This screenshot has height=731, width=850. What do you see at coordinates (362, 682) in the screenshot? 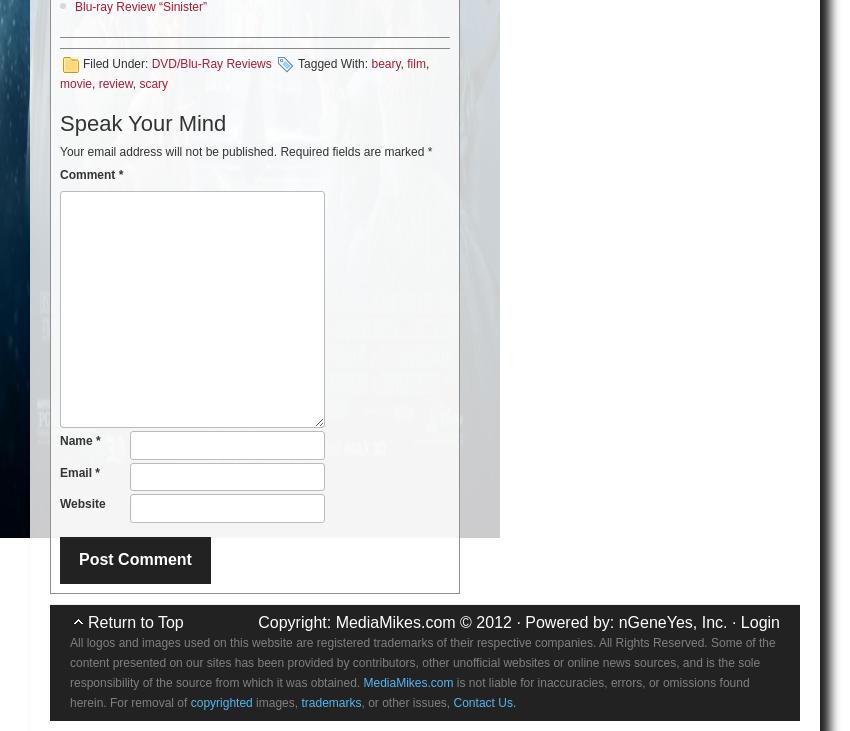
I see `'MediaMikes.com'` at bounding box center [362, 682].